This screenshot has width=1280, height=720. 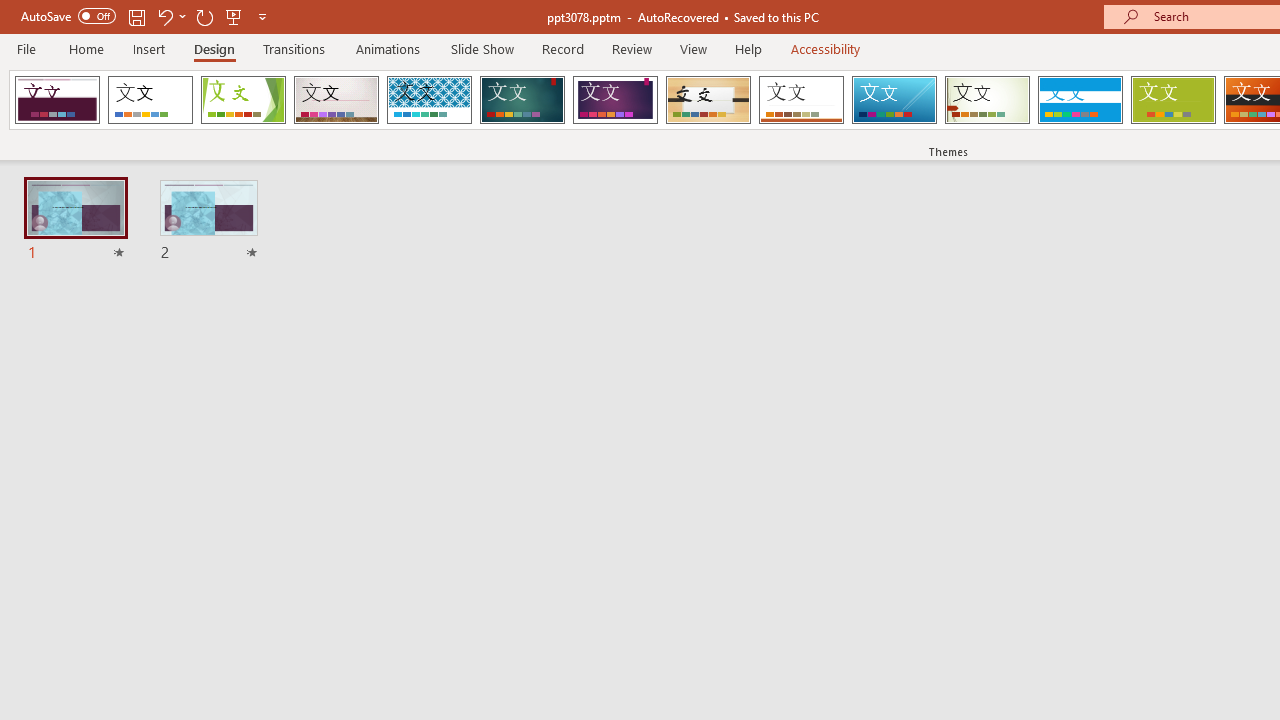 I want to click on 'Basis', so click(x=1173, y=100).